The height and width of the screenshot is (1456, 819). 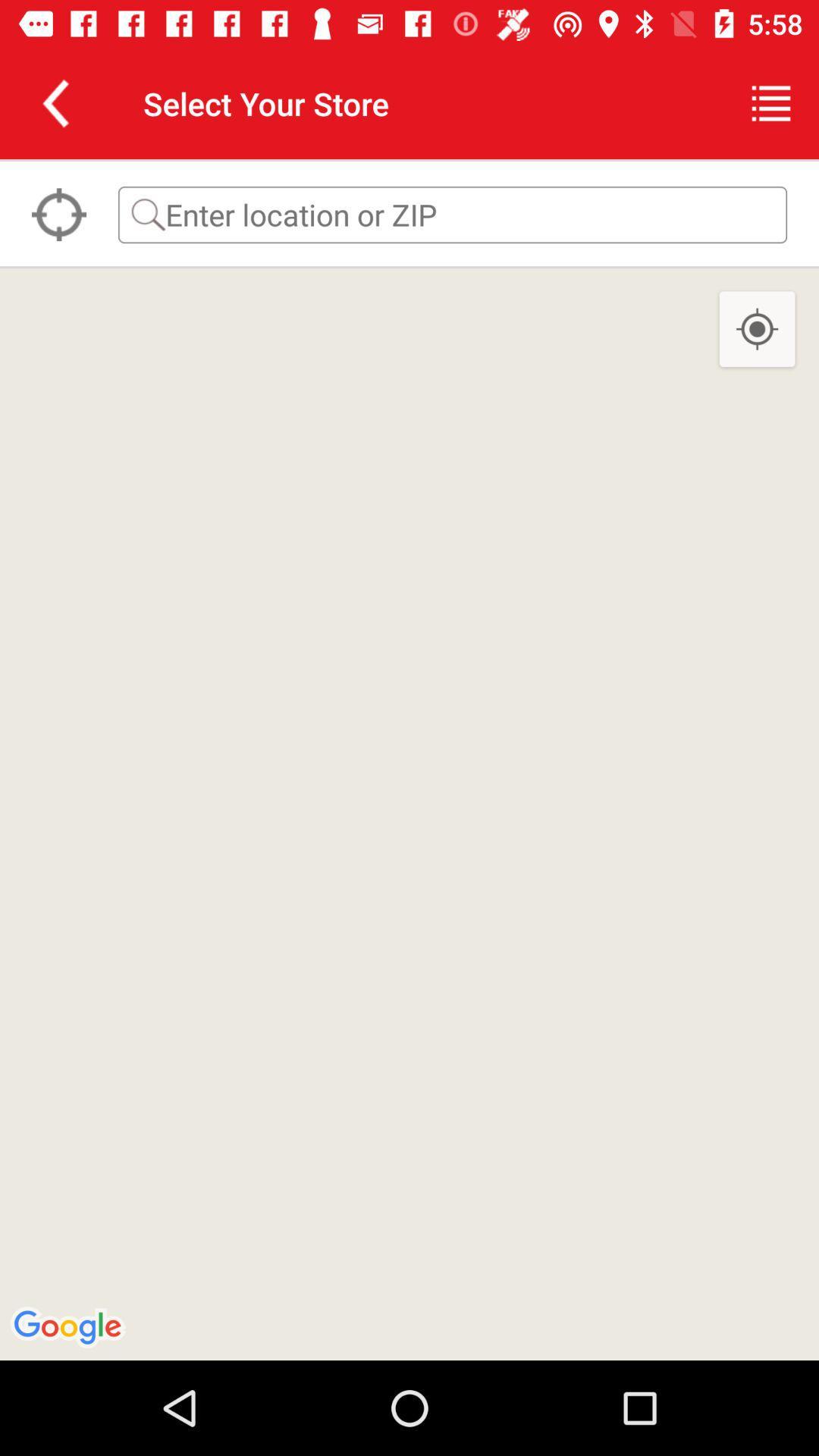 What do you see at coordinates (757, 329) in the screenshot?
I see `the location_crosshair icon` at bounding box center [757, 329].